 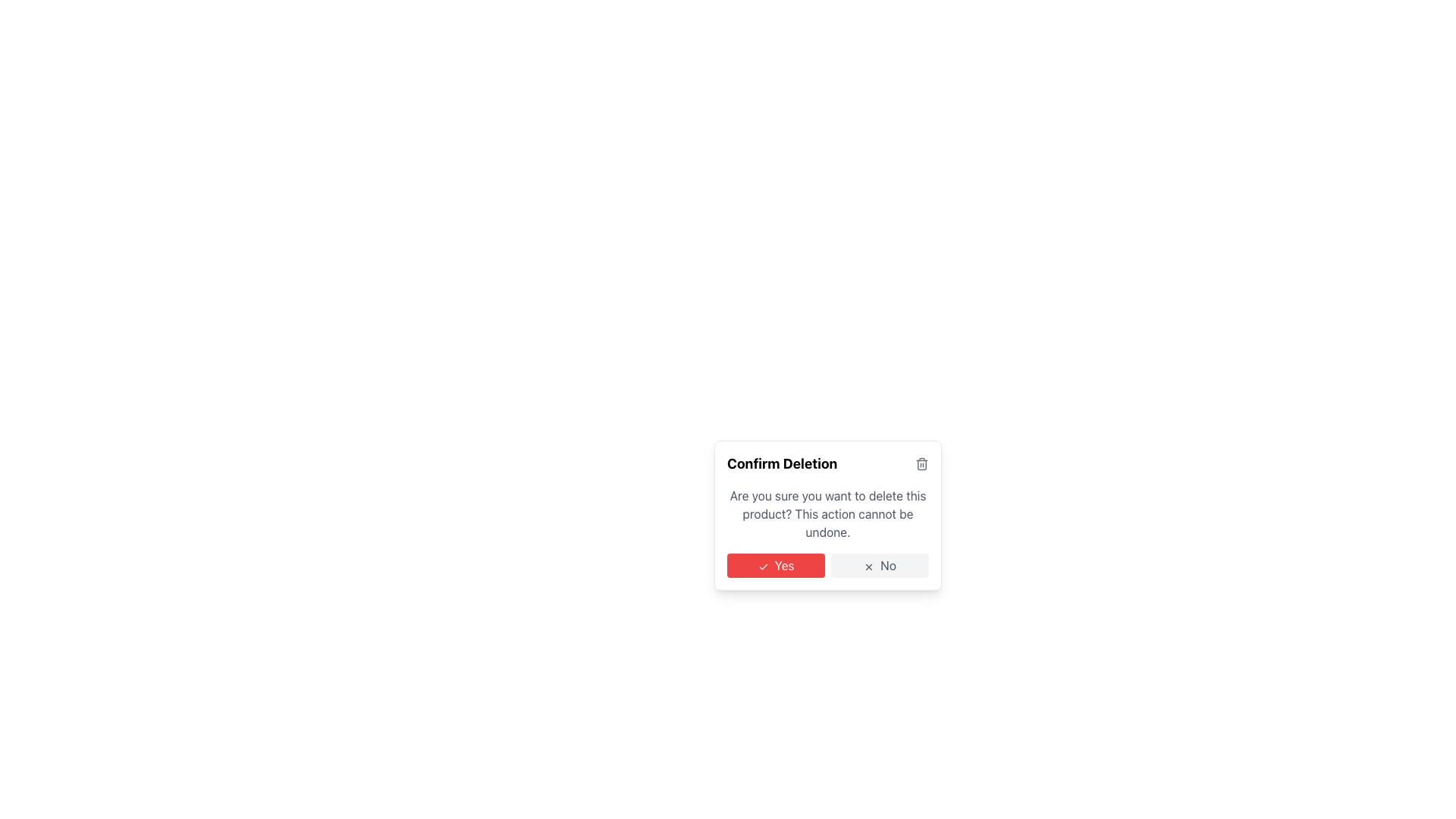 What do you see at coordinates (763, 566) in the screenshot?
I see `the red checkmark SVG icon located within the 'Yes' button at the bottom left of the confirmation dialog` at bounding box center [763, 566].